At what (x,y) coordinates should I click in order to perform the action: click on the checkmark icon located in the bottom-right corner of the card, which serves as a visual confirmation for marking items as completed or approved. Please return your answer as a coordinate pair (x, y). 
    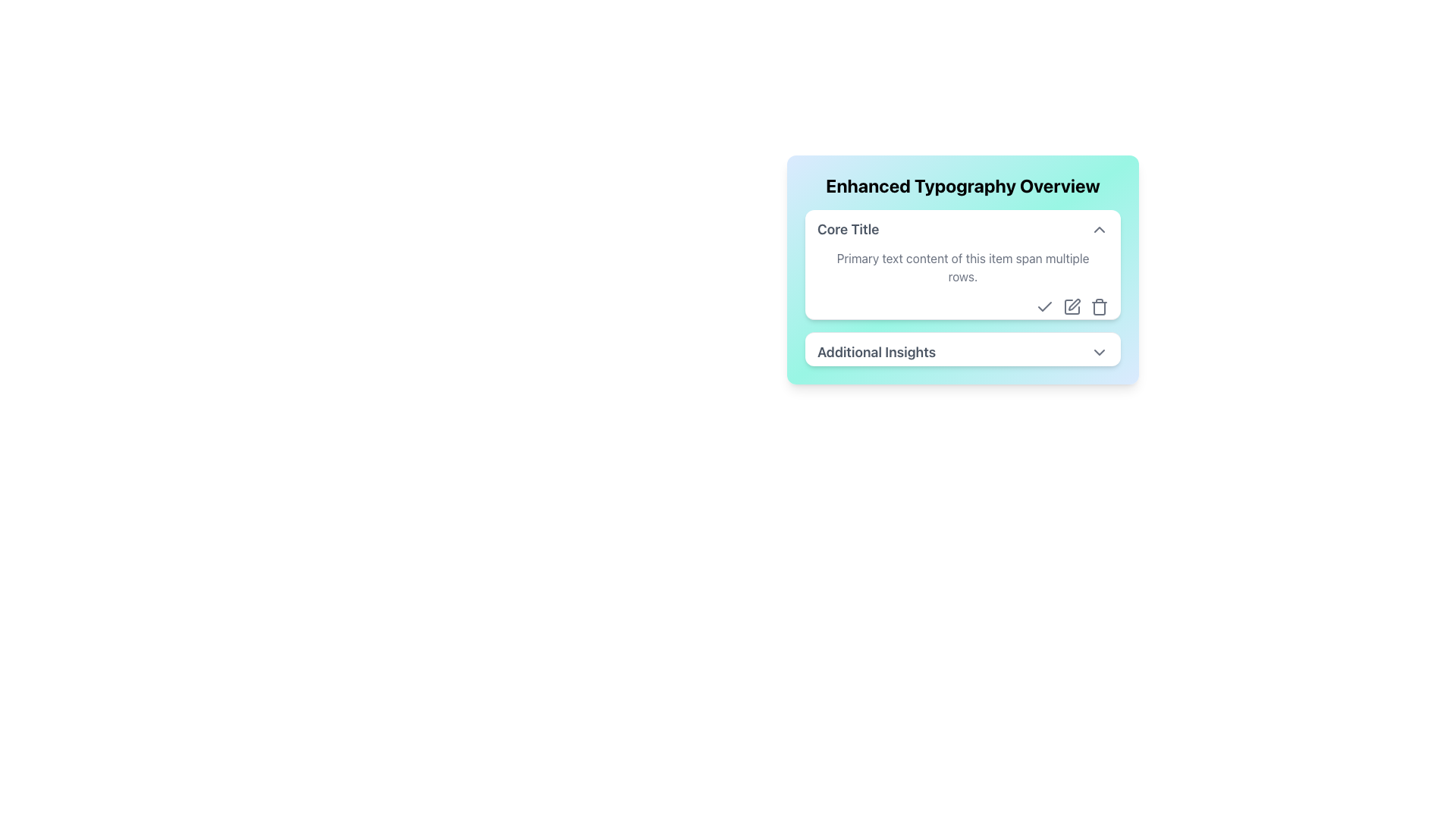
    Looking at the image, I should click on (1043, 306).